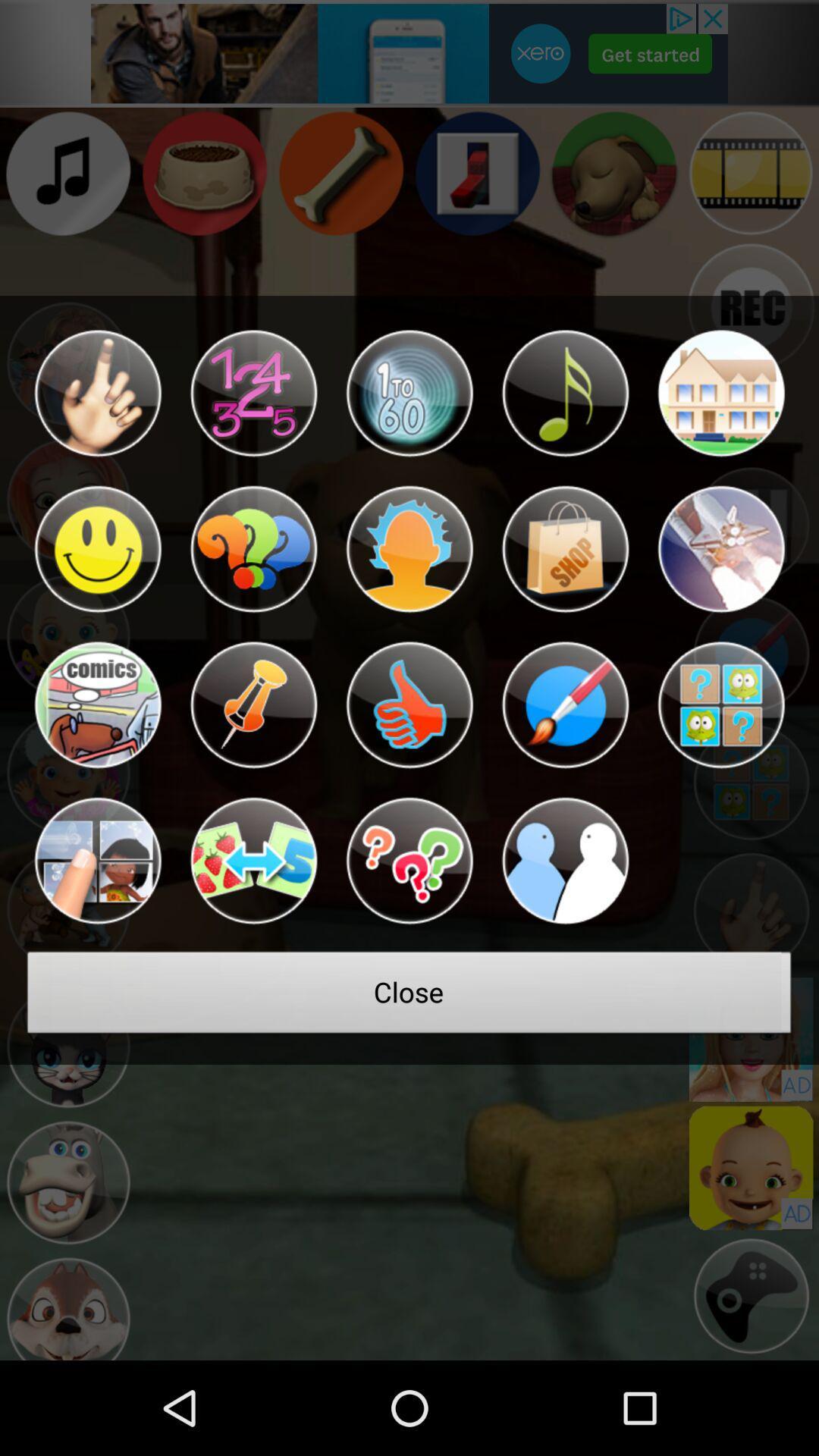 This screenshot has height=1456, width=819. What do you see at coordinates (409, 421) in the screenshot?
I see `the notifications icon` at bounding box center [409, 421].